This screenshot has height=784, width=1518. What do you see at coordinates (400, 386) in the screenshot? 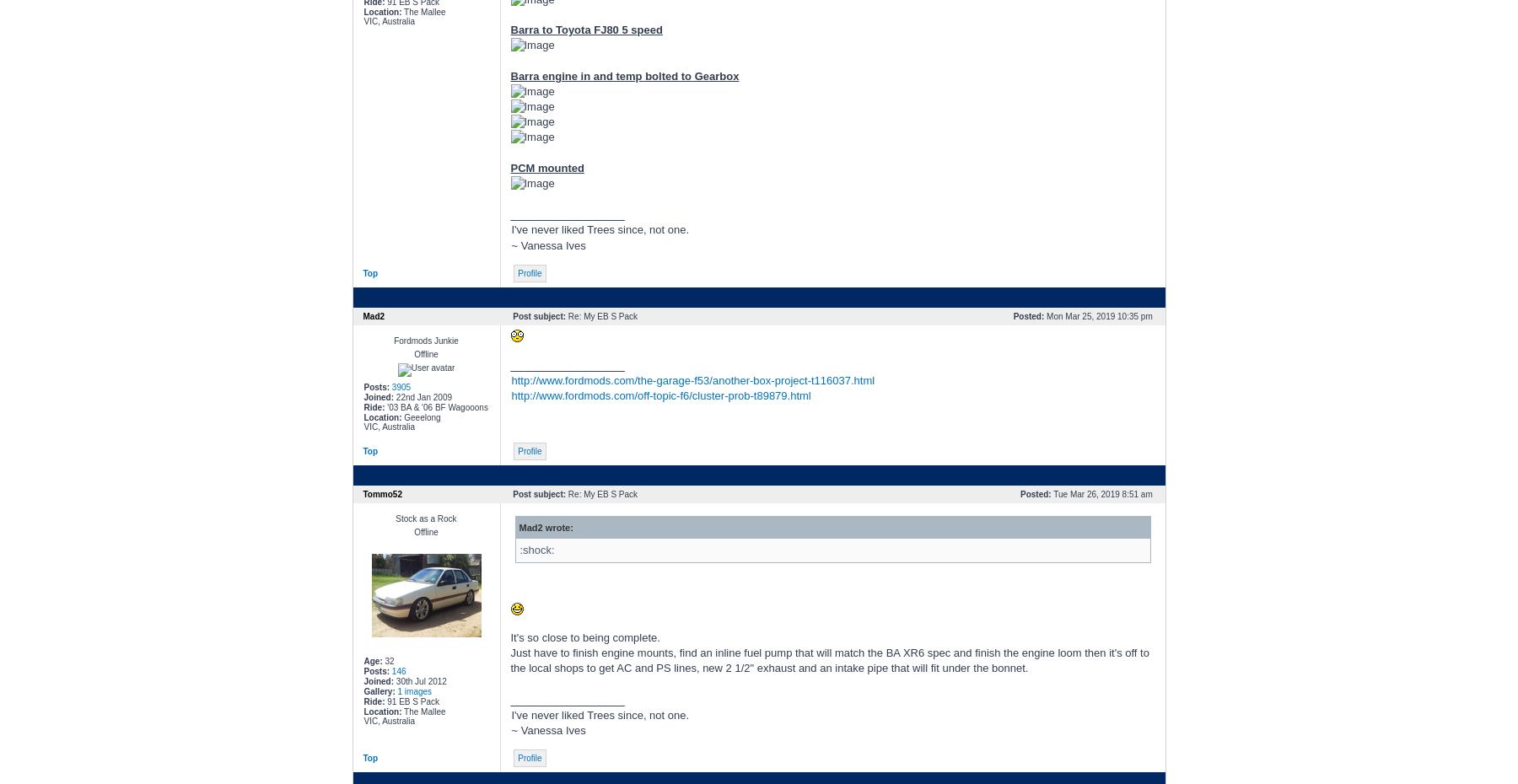
I see `'3905'` at bounding box center [400, 386].